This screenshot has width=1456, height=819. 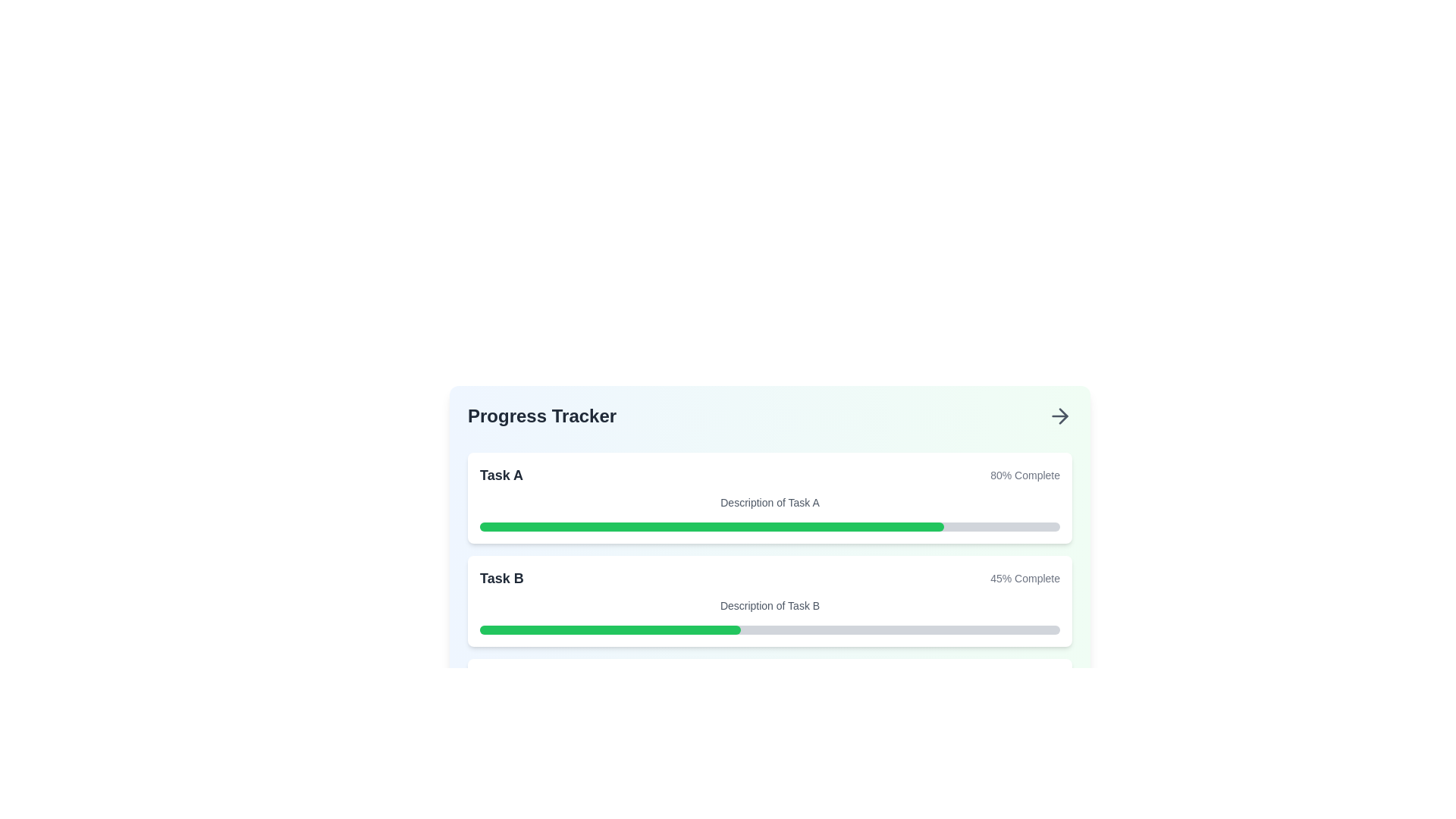 What do you see at coordinates (542, 416) in the screenshot?
I see `prominent text label 'Progress Tracker' which is bold and large, located near the top of the panel` at bounding box center [542, 416].